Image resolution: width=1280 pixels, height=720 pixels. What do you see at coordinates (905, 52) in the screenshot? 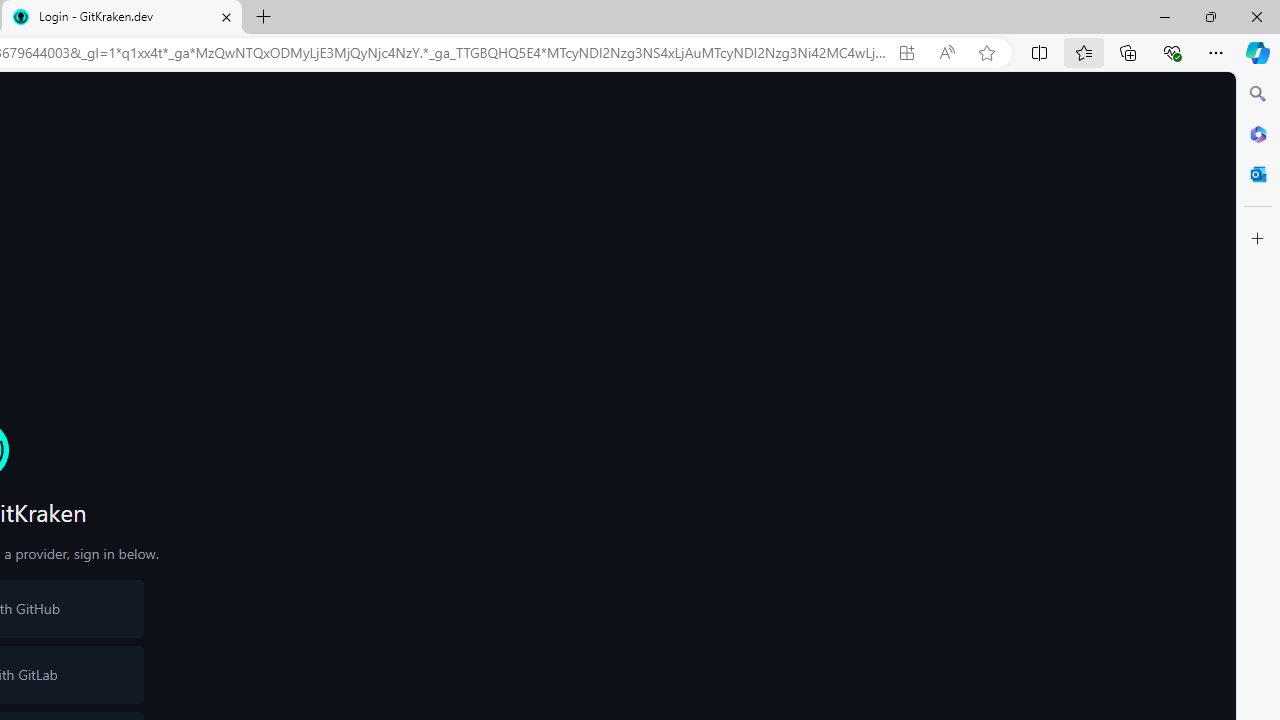
I see `'App available. Install GitKraken.dev'` at bounding box center [905, 52].